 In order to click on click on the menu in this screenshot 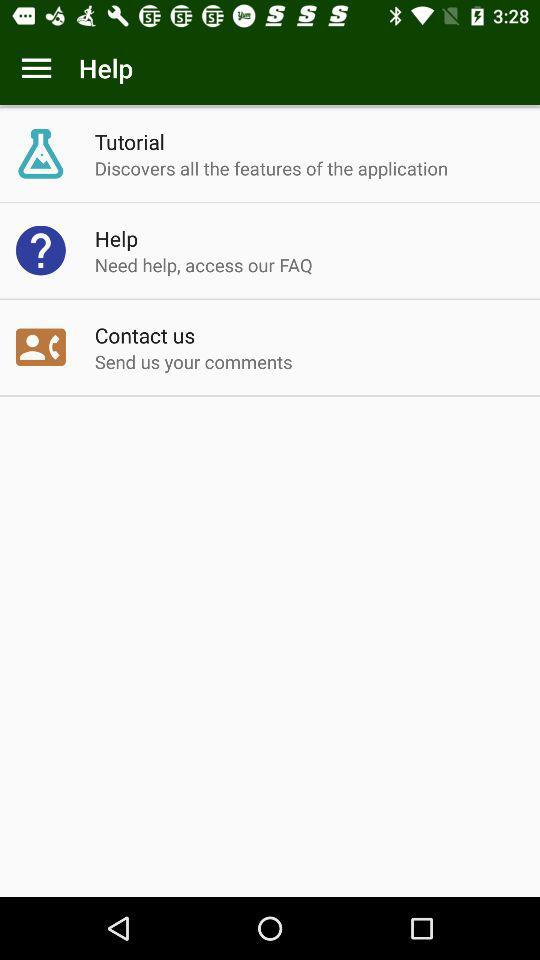, I will do `click(36, 68)`.